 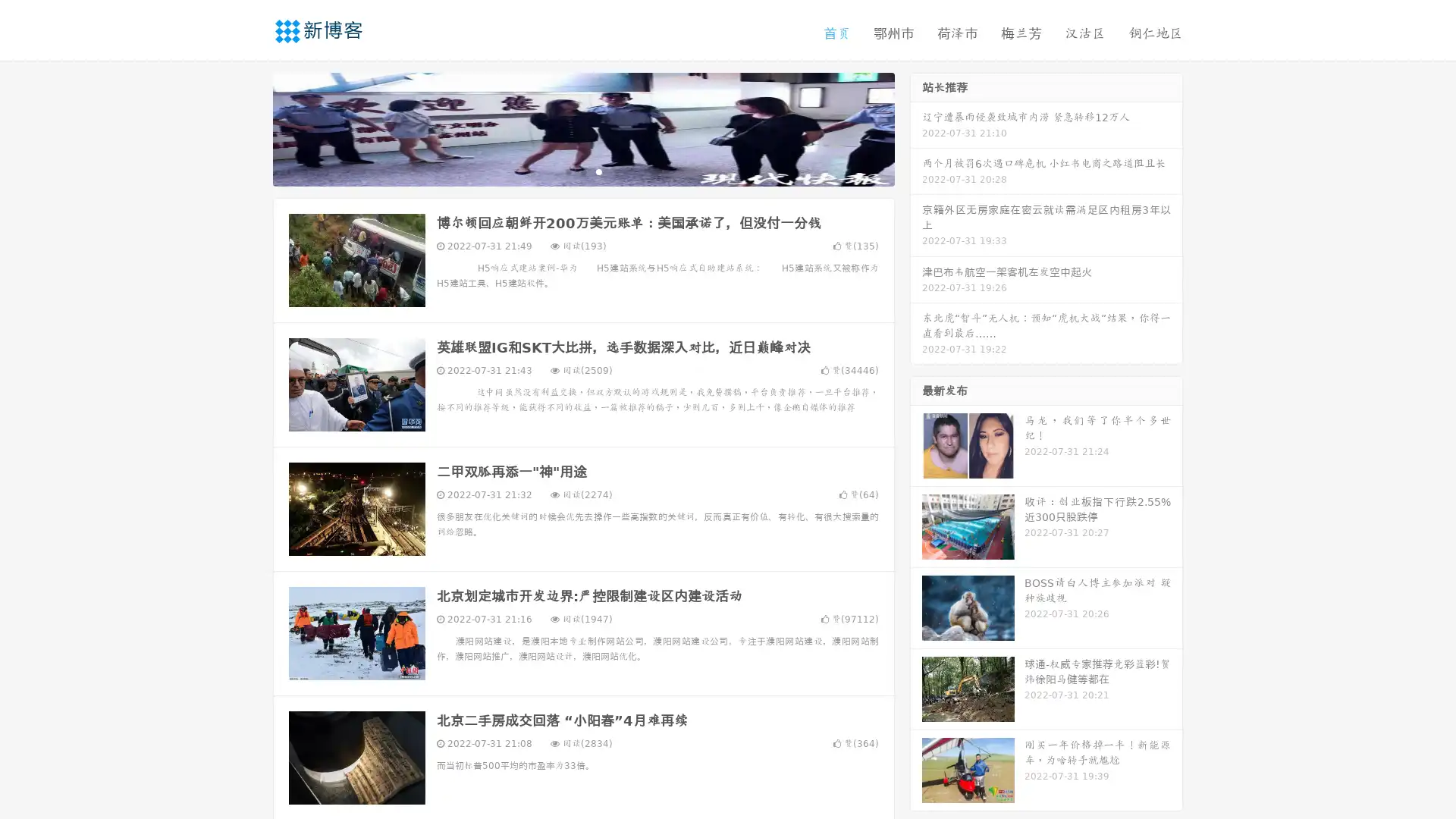 What do you see at coordinates (582, 171) in the screenshot?
I see `Go to slide 2` at bounding box center [582, 171].